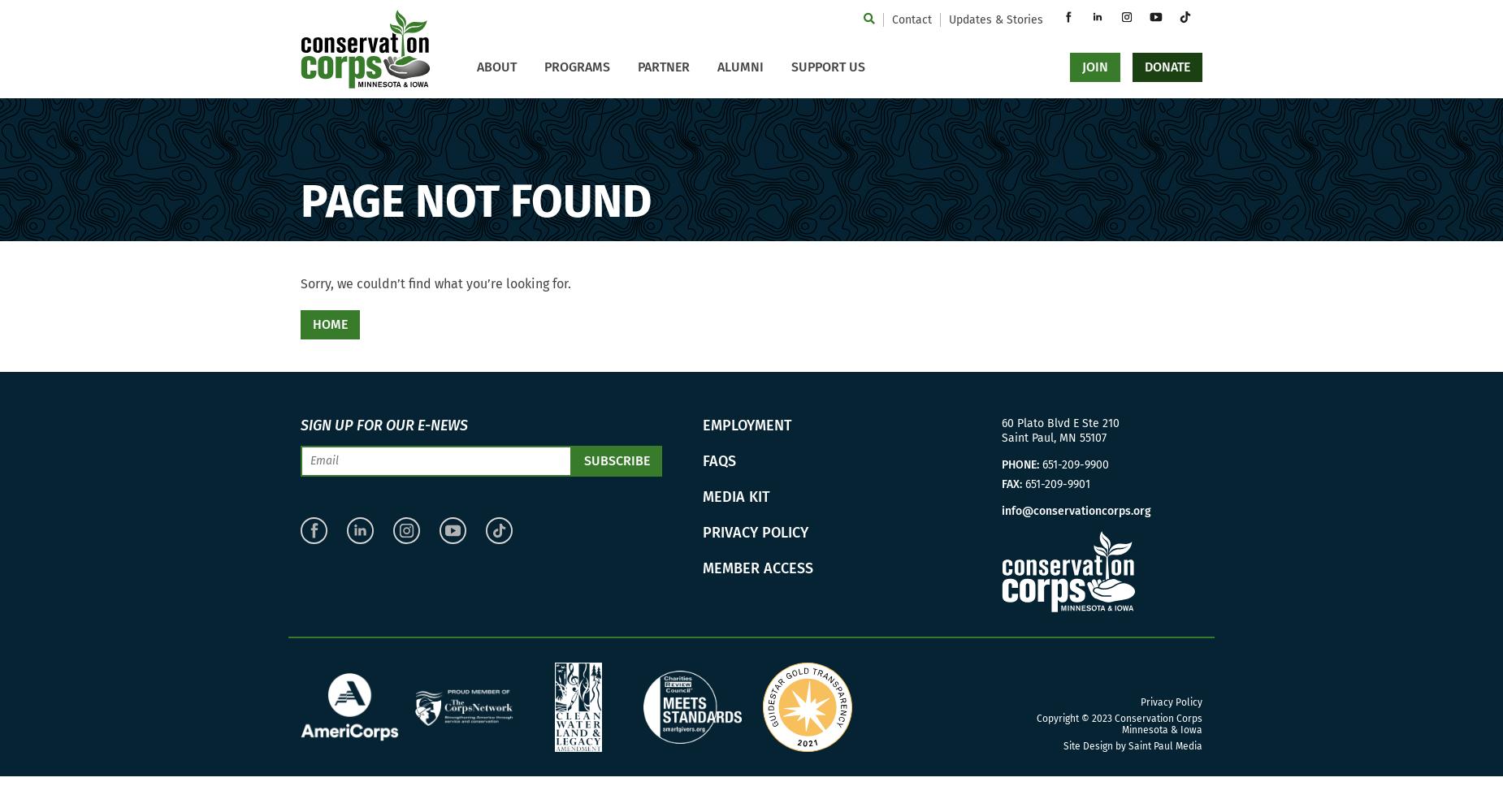  I want to click on 'Page not found', so click(476, 201).